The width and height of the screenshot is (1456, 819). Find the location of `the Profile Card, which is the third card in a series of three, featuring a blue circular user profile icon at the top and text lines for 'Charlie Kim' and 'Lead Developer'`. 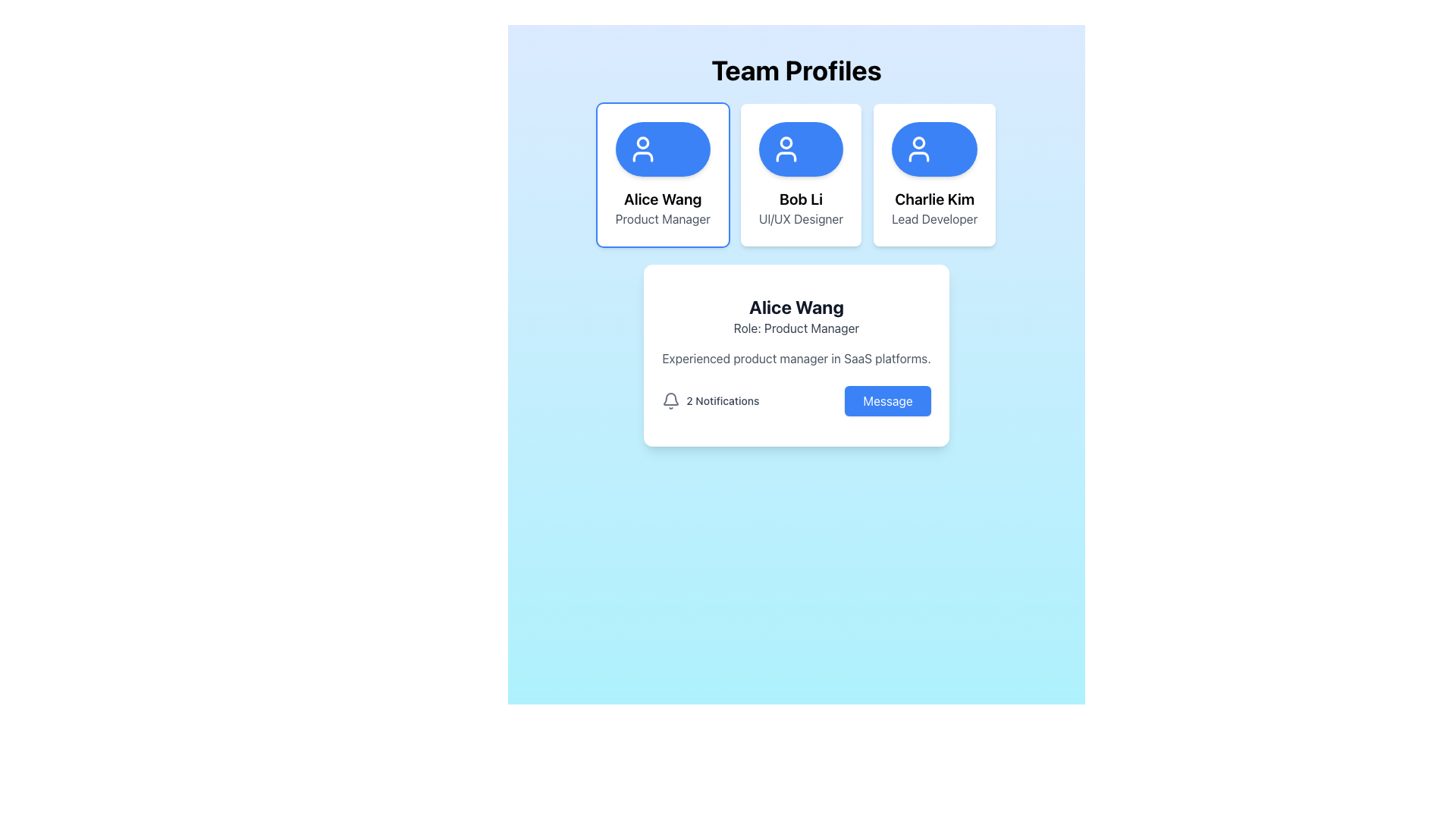

the Profile Card, which is the third card in a series of three, featuring a blue circular user profile icon at the top and text lines for 'Charlie Kim' and 'Lead Developer' is located at coordinates (934, 174).